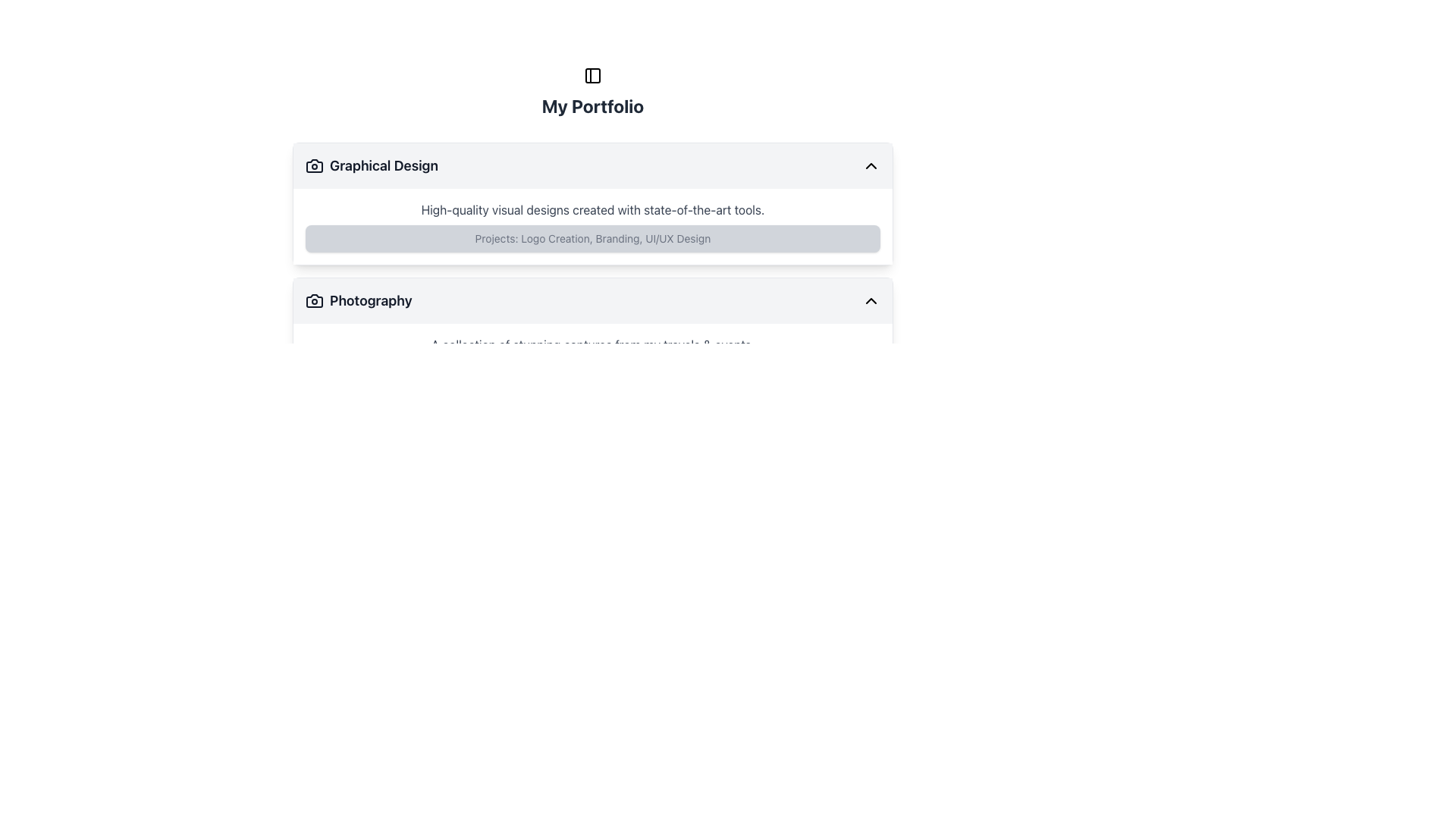  Describe the element at coordinates (313, 166) in the screenshot. I see `the SVG Icon that visually represents the 'Graphical Design' section, located to the left of the 'Graphical Design' text` at that location.